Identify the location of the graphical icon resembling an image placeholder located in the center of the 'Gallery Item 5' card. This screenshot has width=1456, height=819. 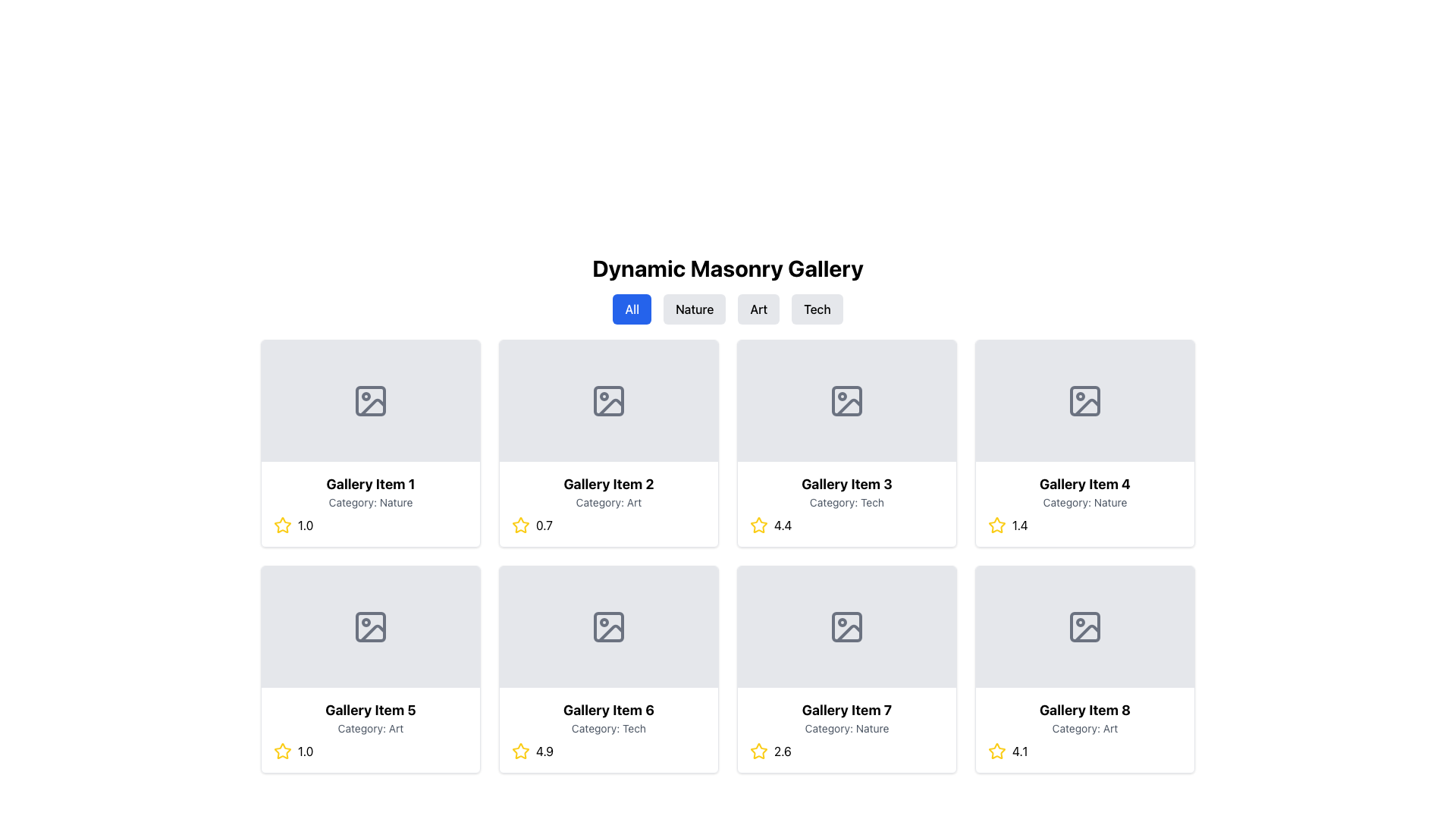
(371, 626).